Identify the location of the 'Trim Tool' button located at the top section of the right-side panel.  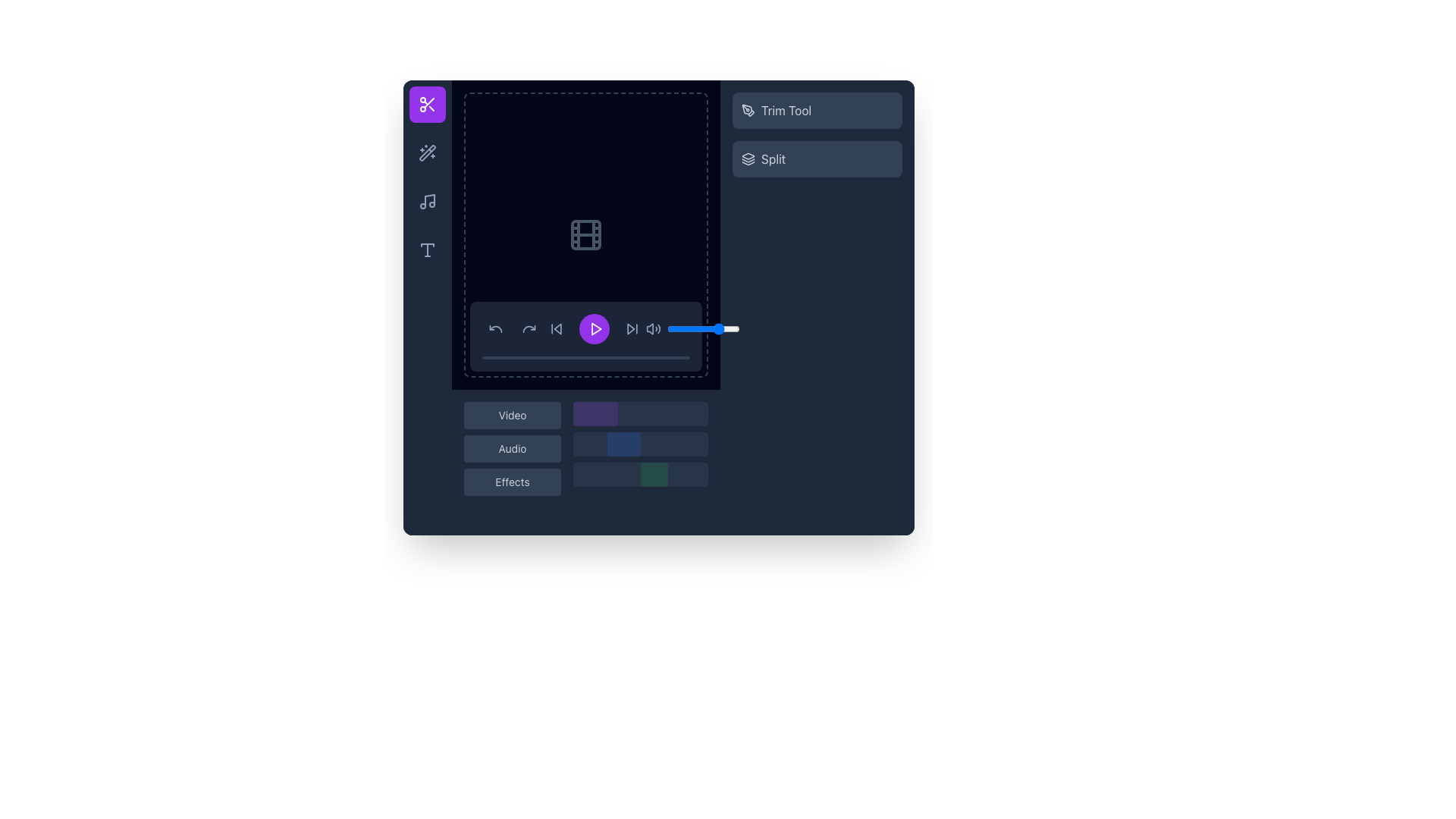
(817, 110).